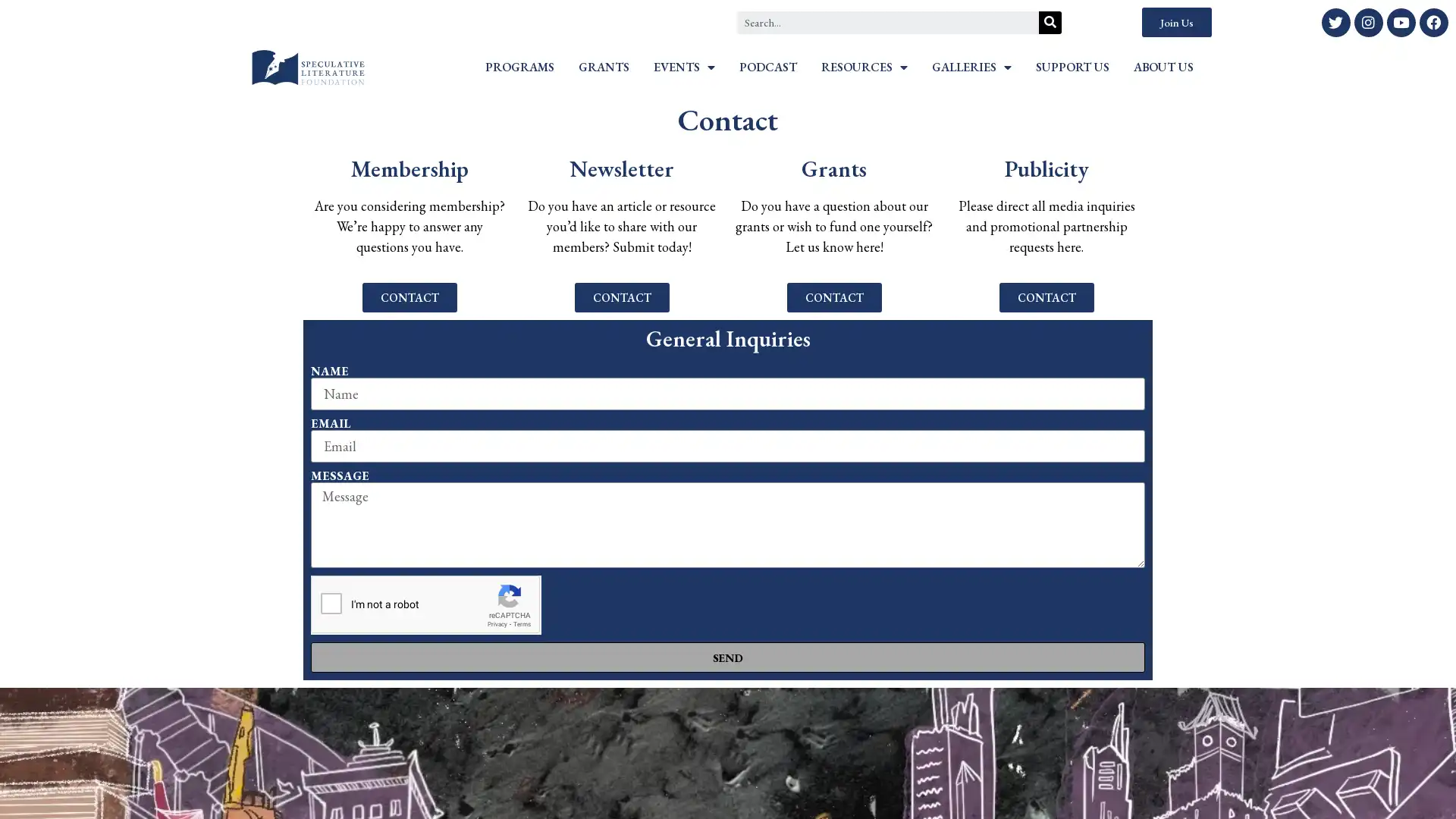  I want to click on CONTACT, so click(833, 297).